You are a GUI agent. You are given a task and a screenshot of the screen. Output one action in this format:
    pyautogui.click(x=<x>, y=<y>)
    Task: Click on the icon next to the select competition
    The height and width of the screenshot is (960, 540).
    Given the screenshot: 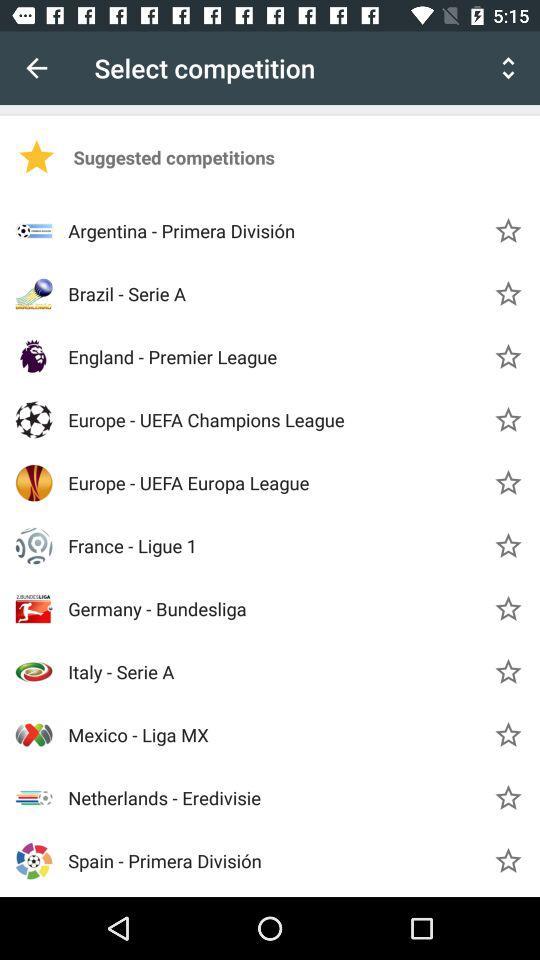 What is the action you would take?
    pyautogui.click(x=508, y=68)
    